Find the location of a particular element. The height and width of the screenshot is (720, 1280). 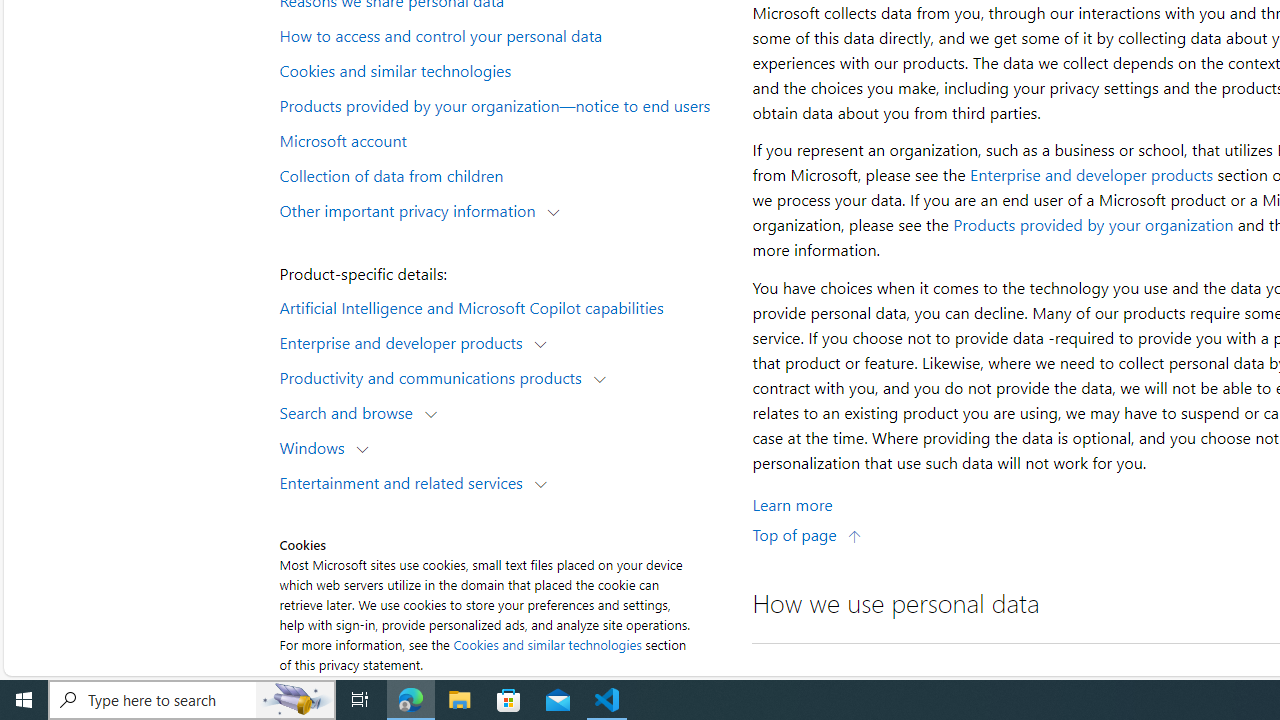

'Productivity and communications products' is located at coordinates (434, 376).